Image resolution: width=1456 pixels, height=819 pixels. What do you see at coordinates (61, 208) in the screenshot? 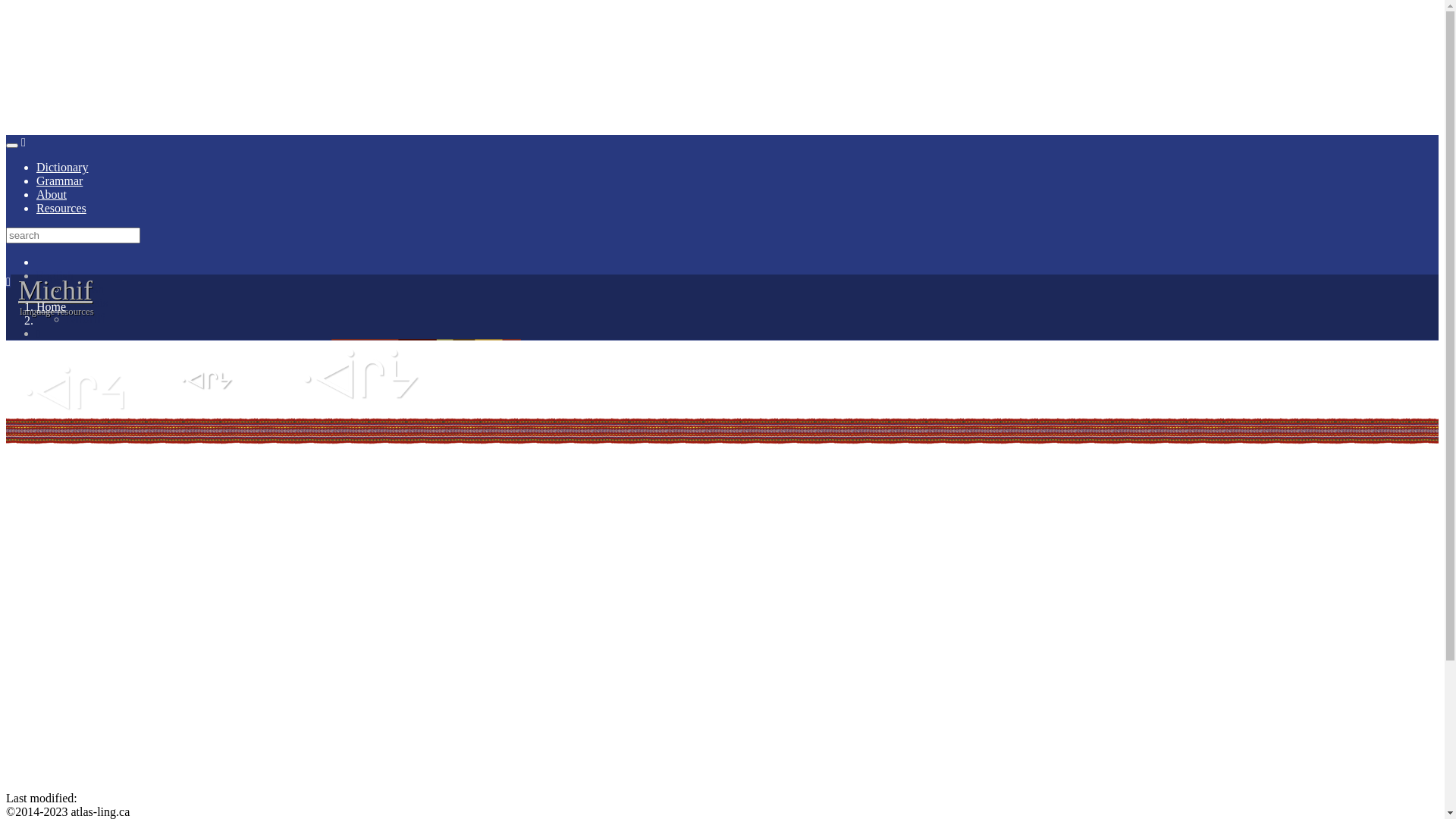
I see `'Resources'` at bounding box center [61, 208].